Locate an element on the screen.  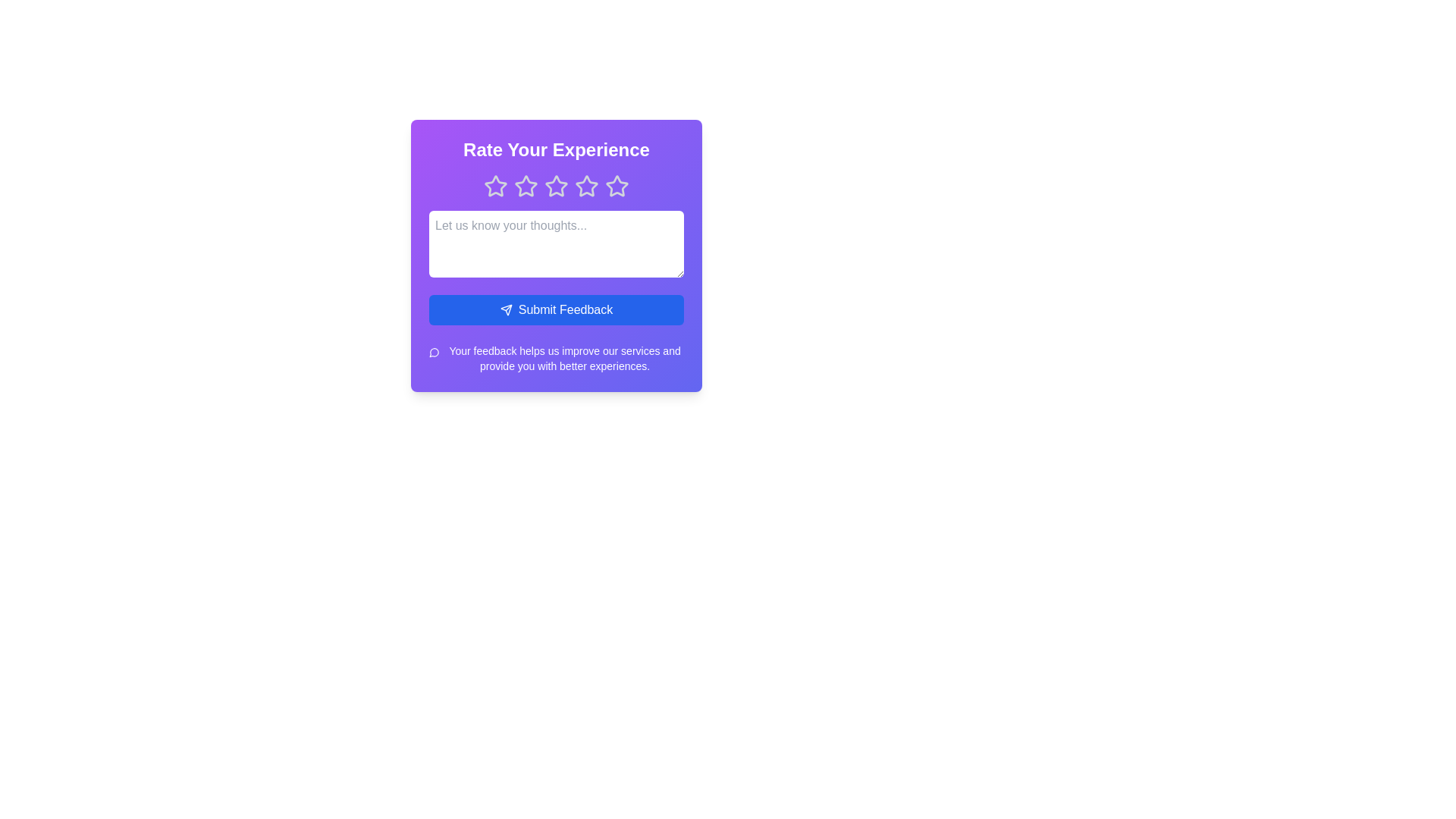
the third star in the horizontal row of inactive rating stars is located at coordinates (556, 186).